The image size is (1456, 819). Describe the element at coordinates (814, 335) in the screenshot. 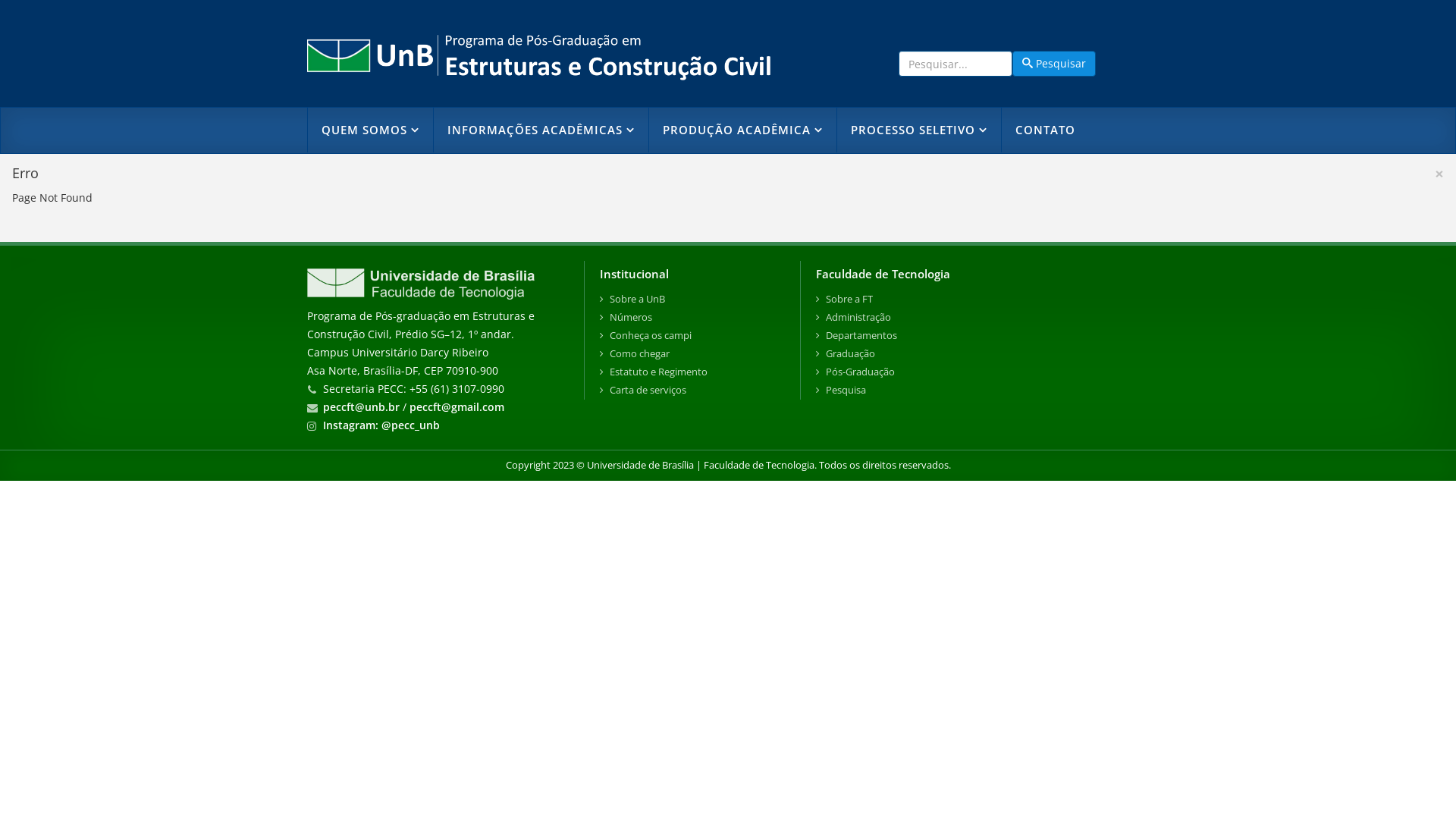

I see `'Departamentos'` at that location.